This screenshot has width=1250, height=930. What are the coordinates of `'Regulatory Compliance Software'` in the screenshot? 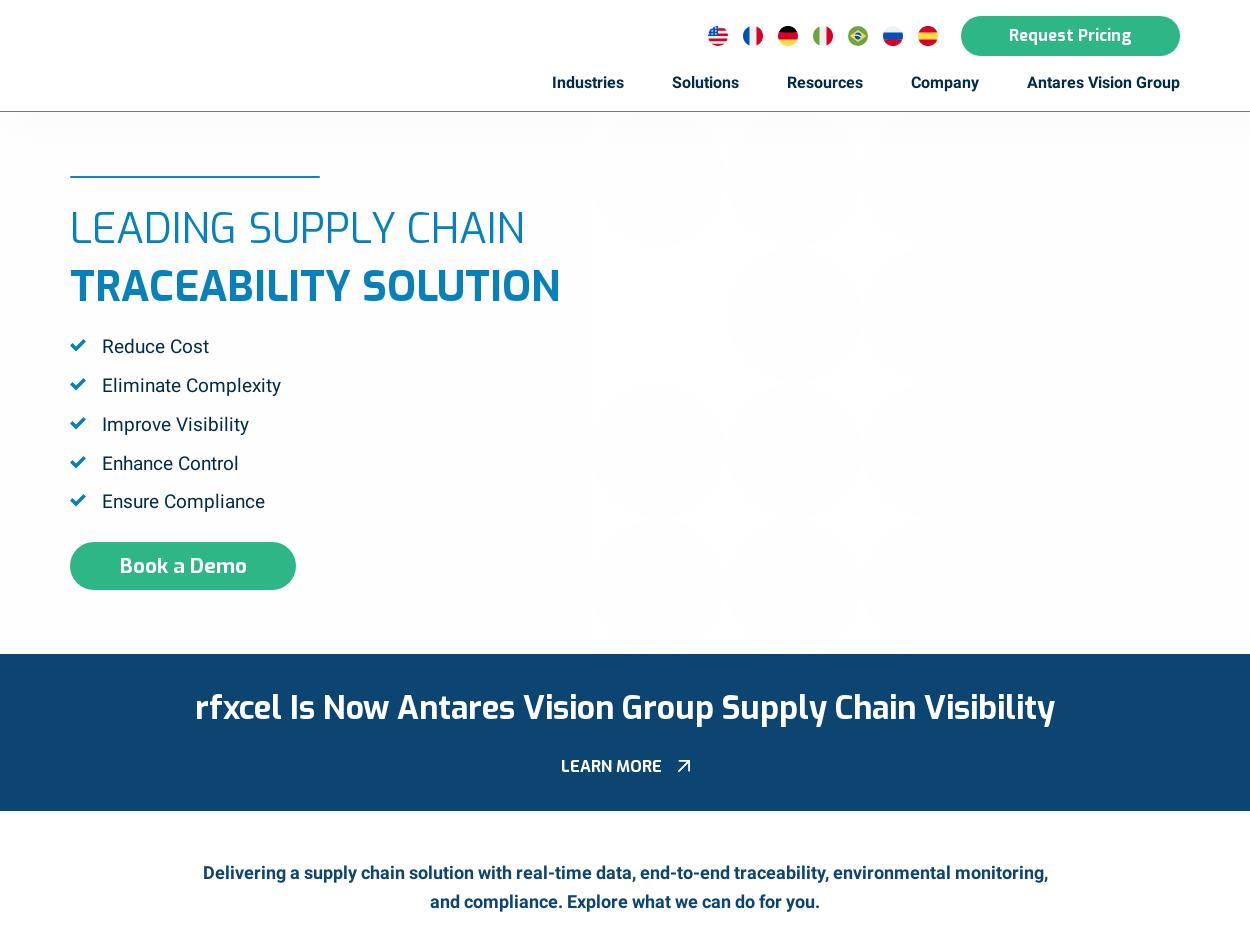 It's located at (686, 158).